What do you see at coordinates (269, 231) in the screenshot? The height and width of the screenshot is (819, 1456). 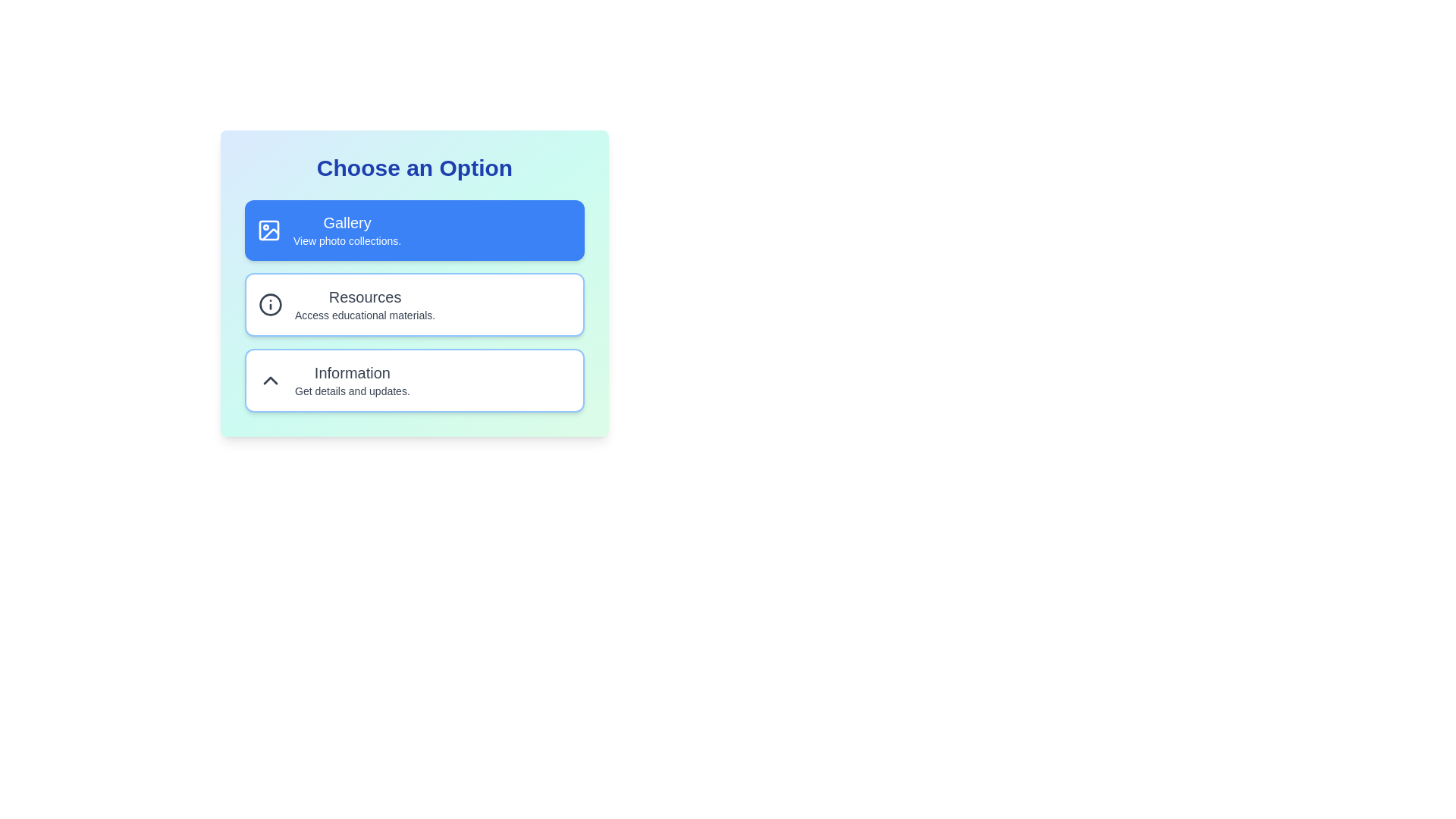 I see `the Gallery icon, which is the leftmost component of the Gallery button, visually representing images or photo collections` at bounding box center [269, 231].